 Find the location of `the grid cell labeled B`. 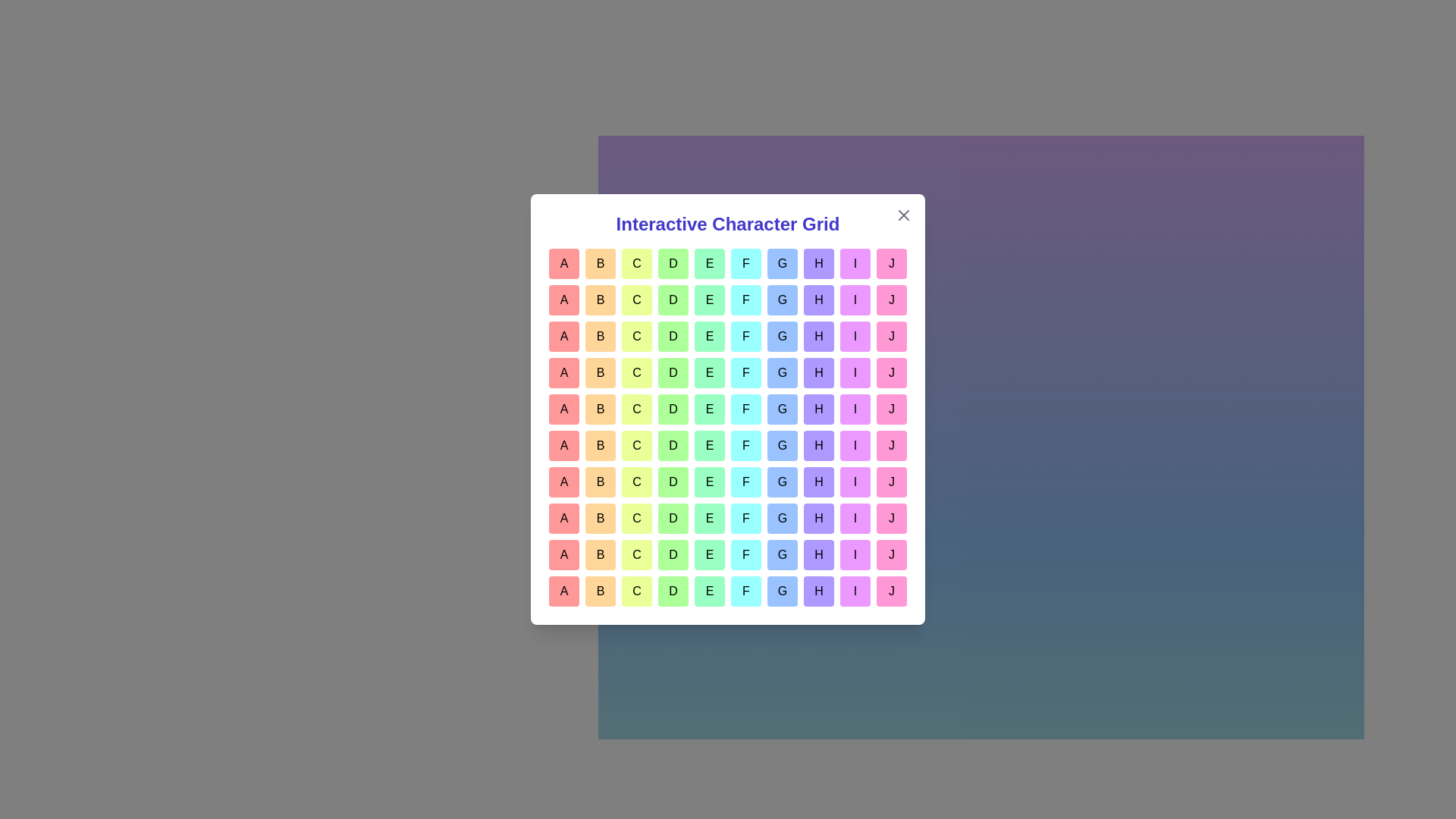

the grid cell labeled B is located at coordinates (600, 262).